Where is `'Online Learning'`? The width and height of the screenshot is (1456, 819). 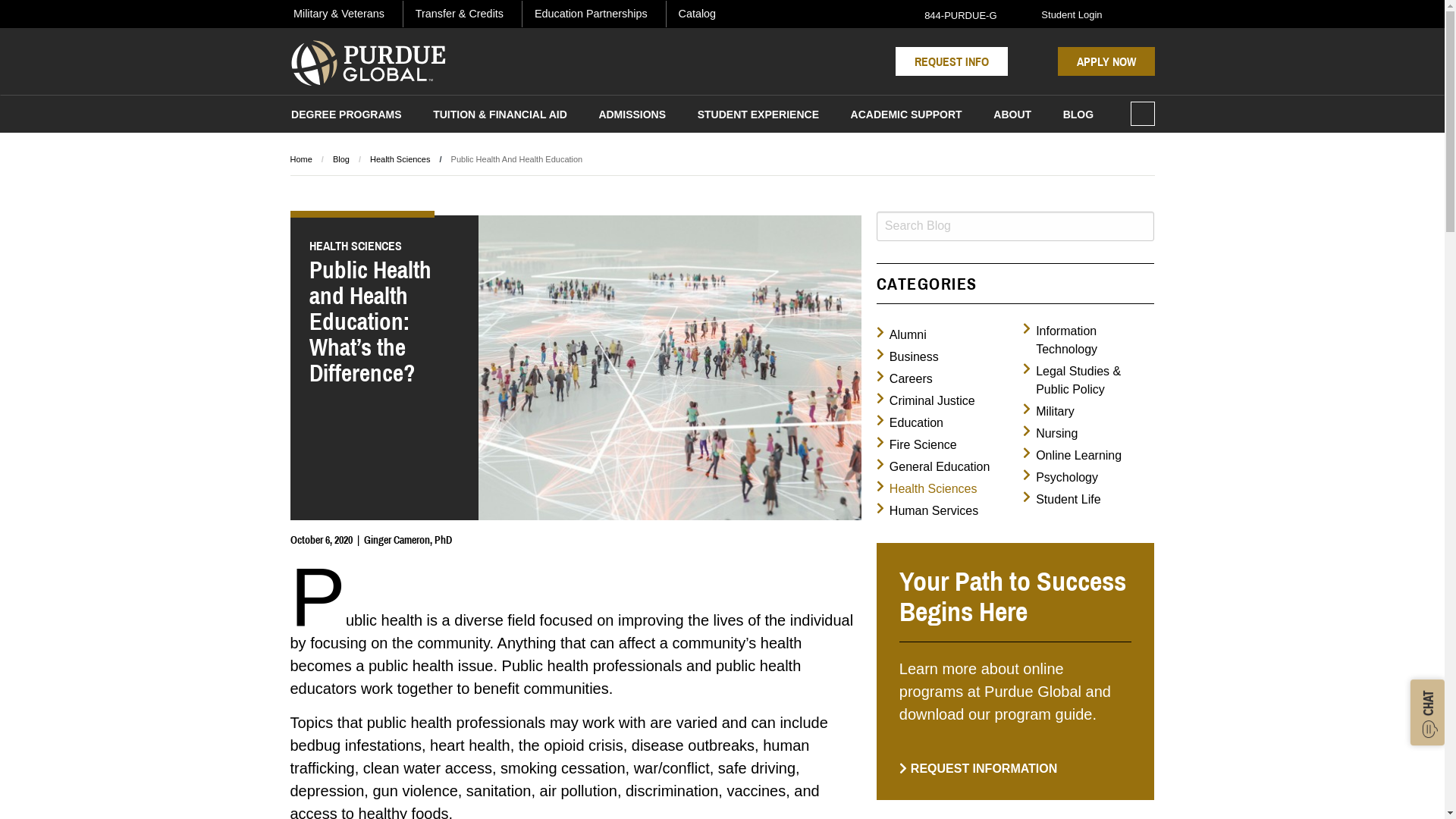 'Online Learning' is located at coordinates (1022, 455).